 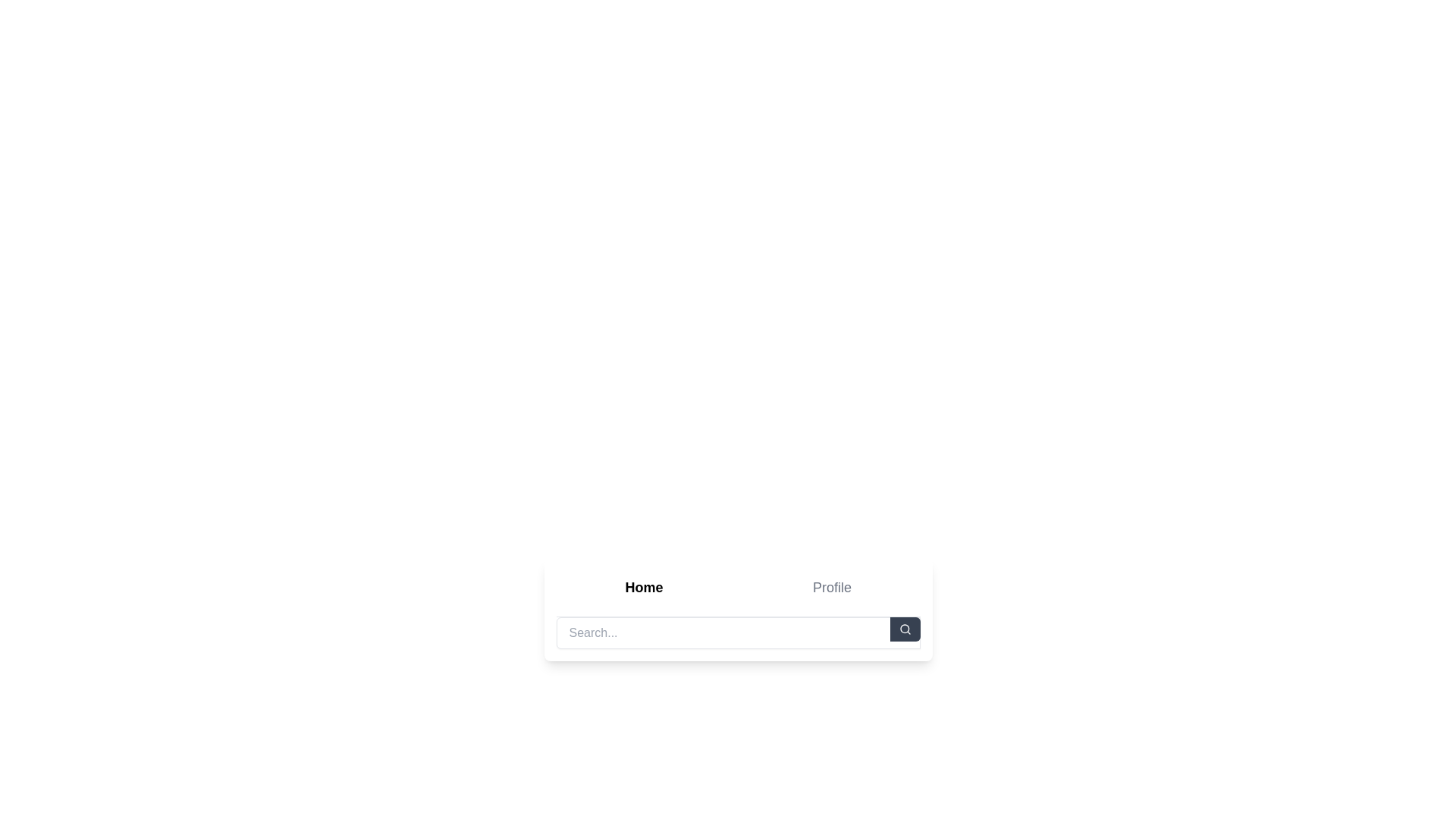 I want to click on the navigation button that directs users to the home page, located to the left of the 'Profile' option in the navigation bar, so click(x=644, y=587).